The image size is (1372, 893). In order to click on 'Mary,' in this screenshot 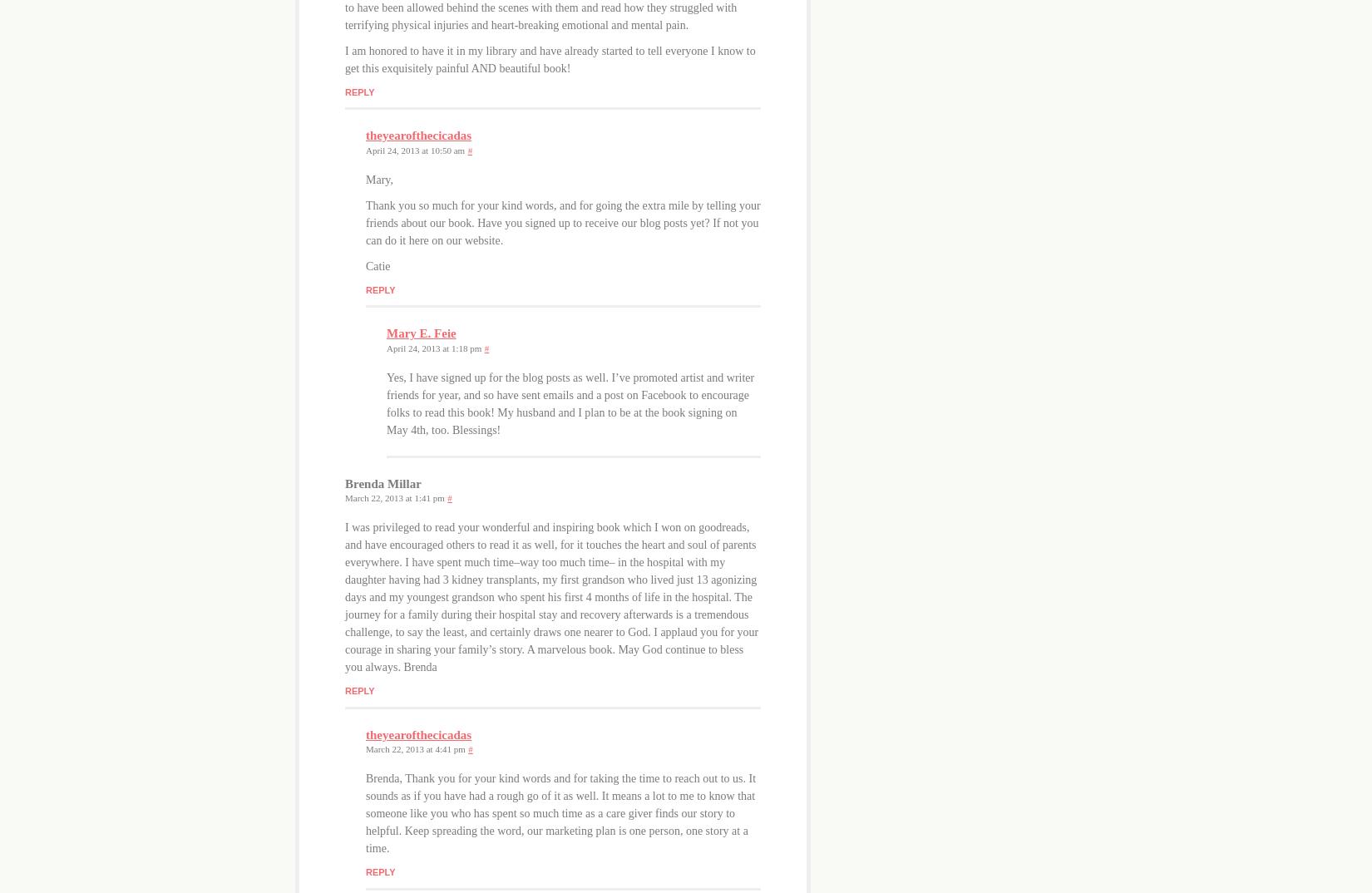, I will do `click(378, 178)`.